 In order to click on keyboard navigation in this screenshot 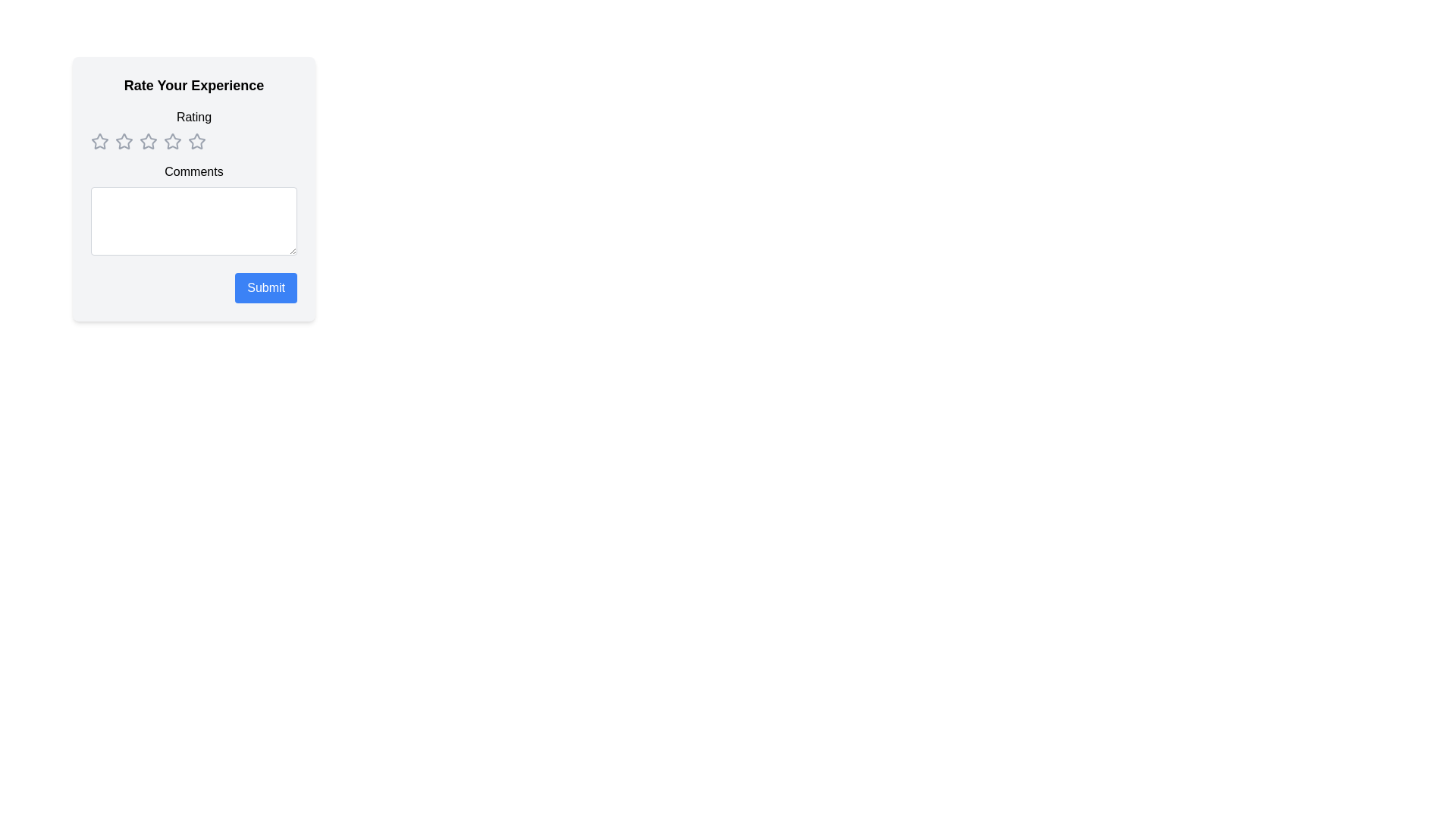, I will do `click(172, 141)`.